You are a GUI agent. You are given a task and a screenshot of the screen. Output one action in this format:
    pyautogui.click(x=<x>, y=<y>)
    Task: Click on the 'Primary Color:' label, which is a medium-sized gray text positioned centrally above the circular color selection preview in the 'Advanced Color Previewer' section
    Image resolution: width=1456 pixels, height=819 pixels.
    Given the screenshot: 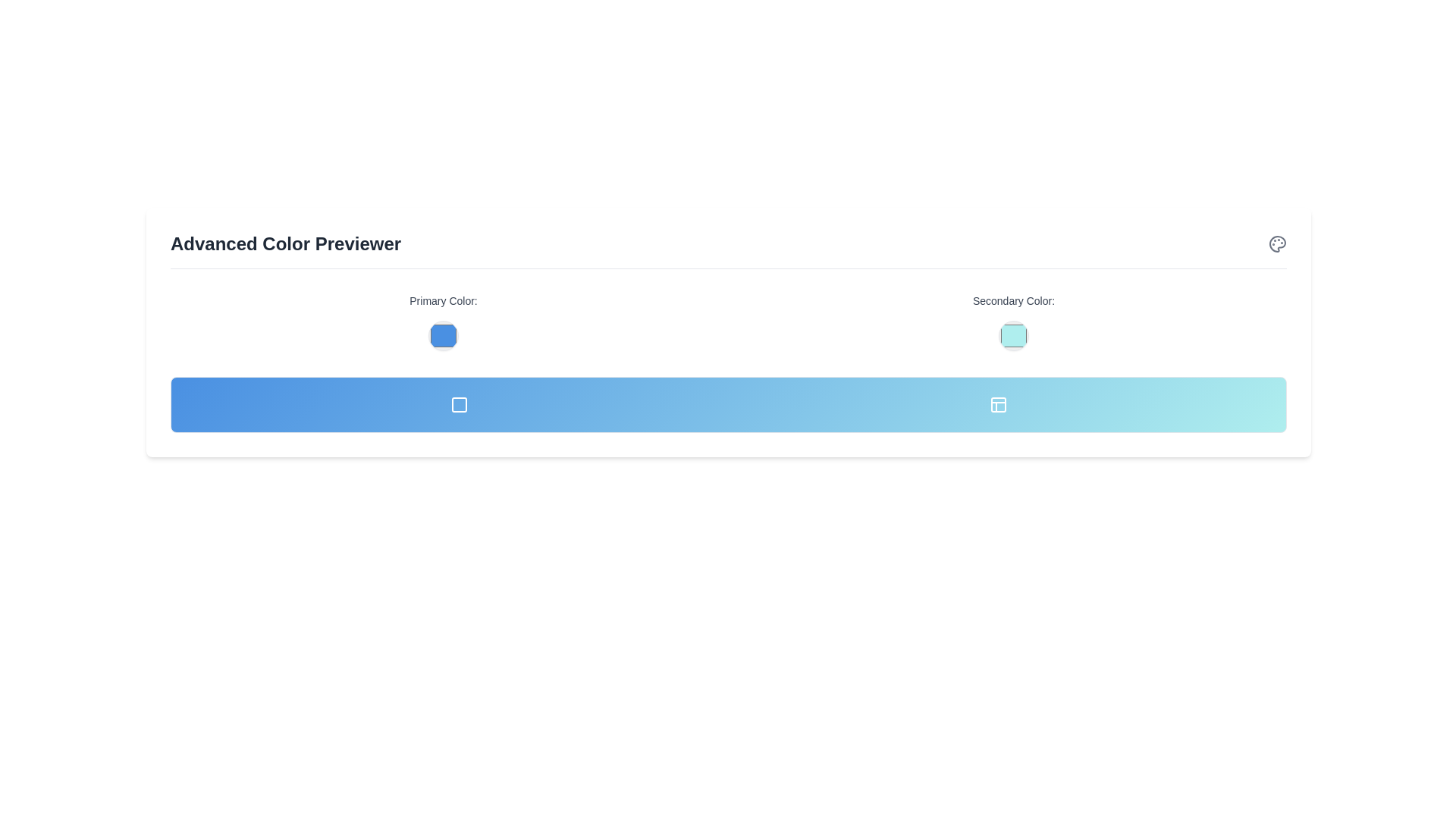 What is the action you would take?
    pyautogui.click(x=443, y=301)
    